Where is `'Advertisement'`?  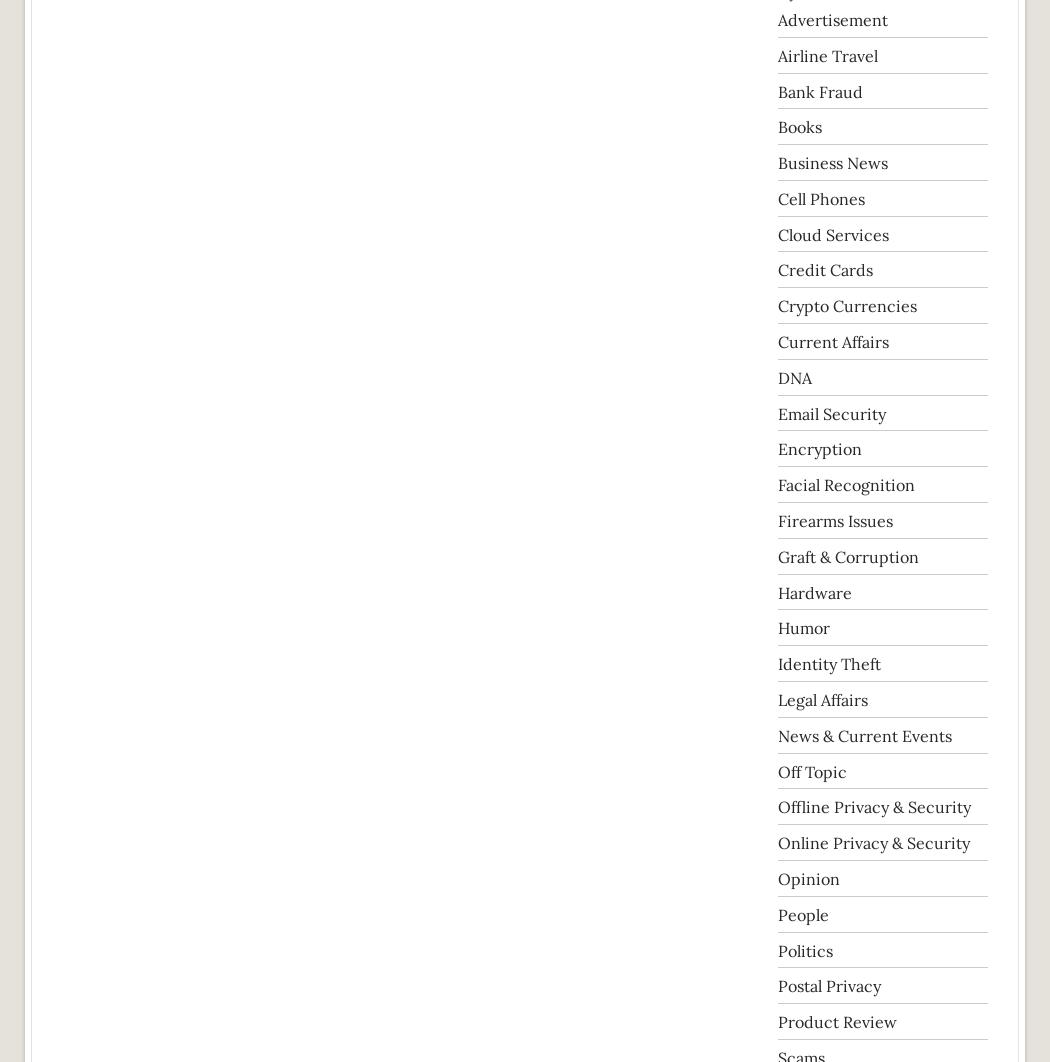
'Advertisement' is located at coordinates (832, 19).